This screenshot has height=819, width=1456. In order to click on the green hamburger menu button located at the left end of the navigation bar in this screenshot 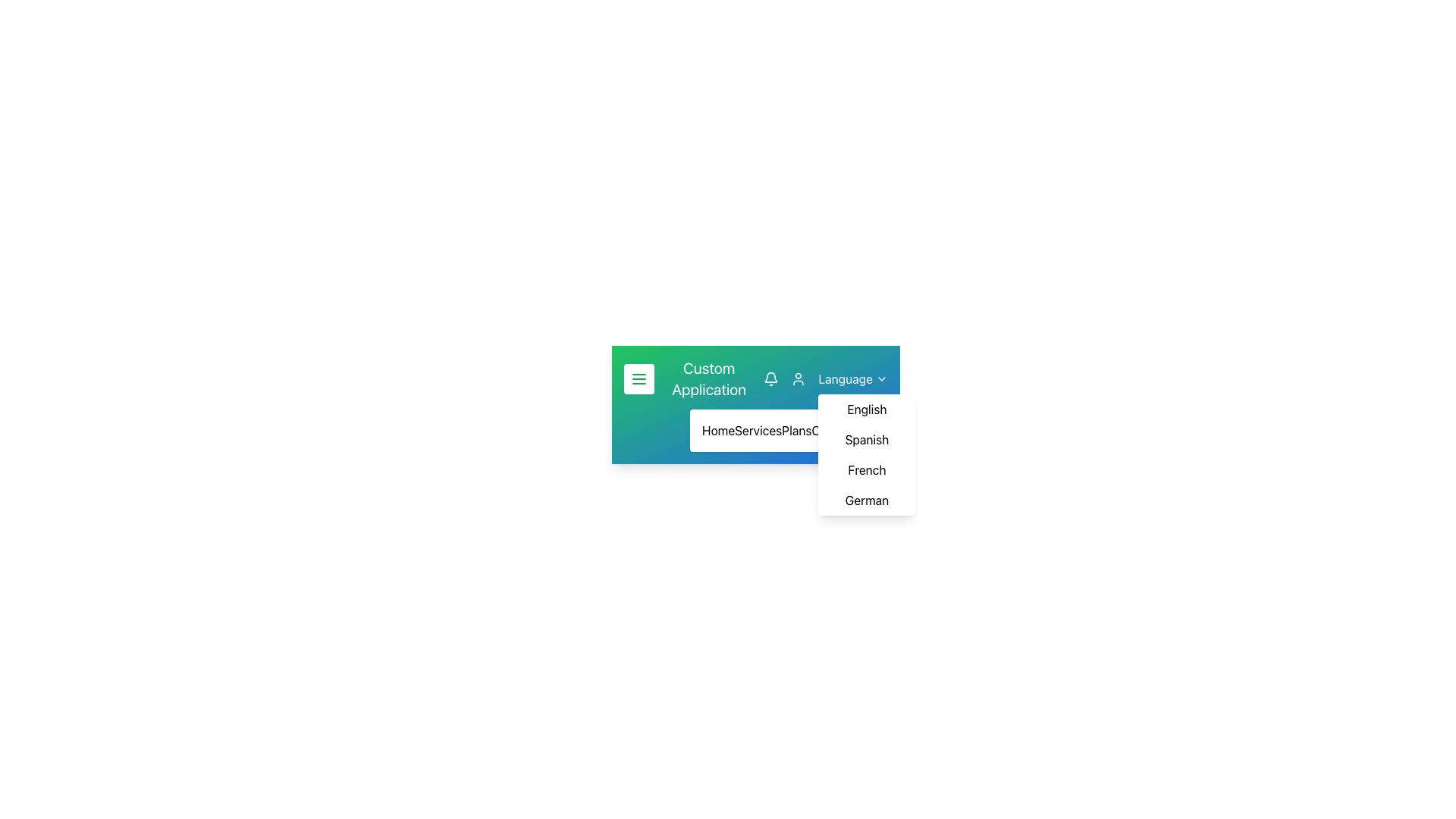, I will do `click(639, 378)`.